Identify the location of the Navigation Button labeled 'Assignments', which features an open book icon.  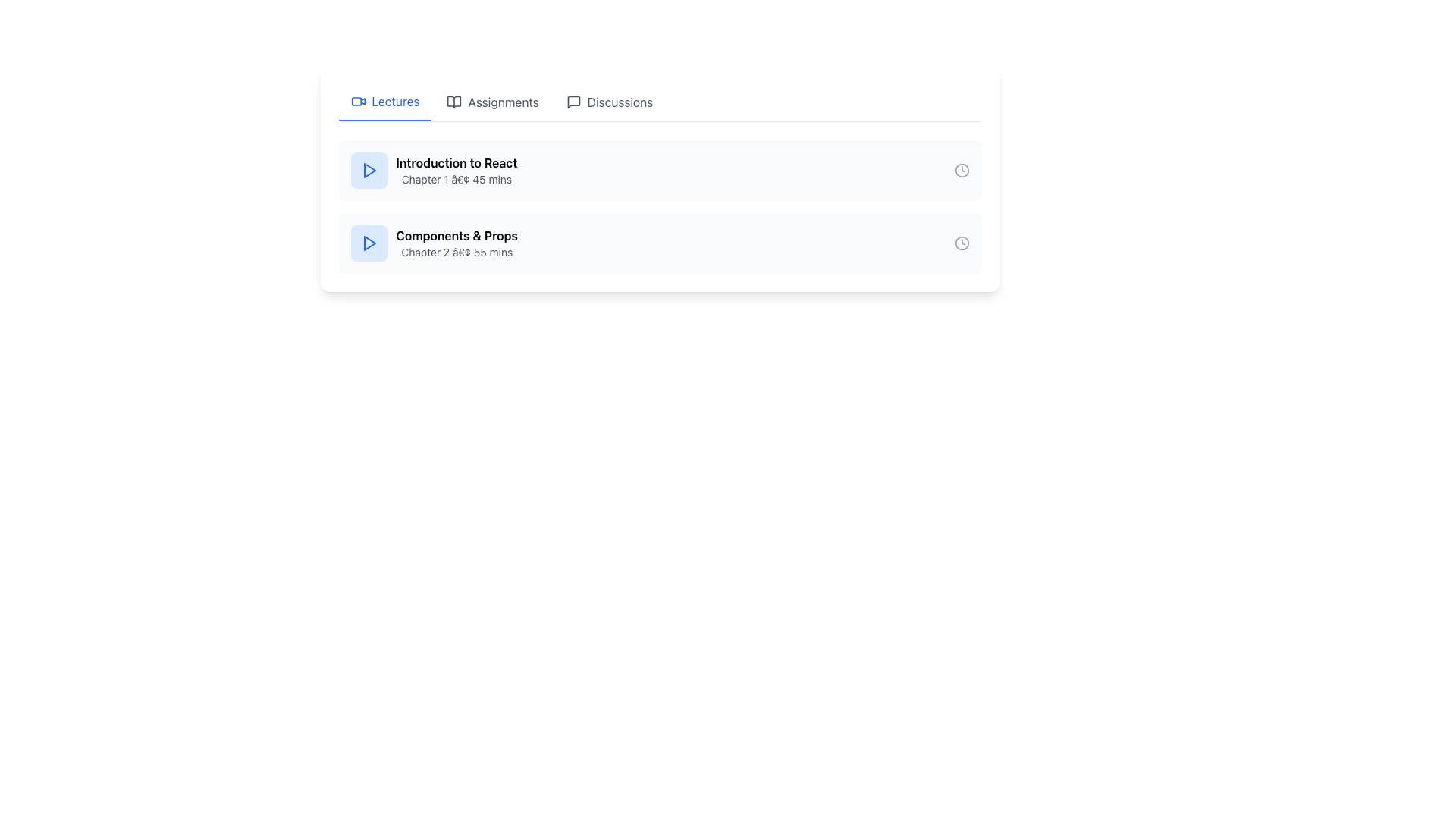
(493, 102).